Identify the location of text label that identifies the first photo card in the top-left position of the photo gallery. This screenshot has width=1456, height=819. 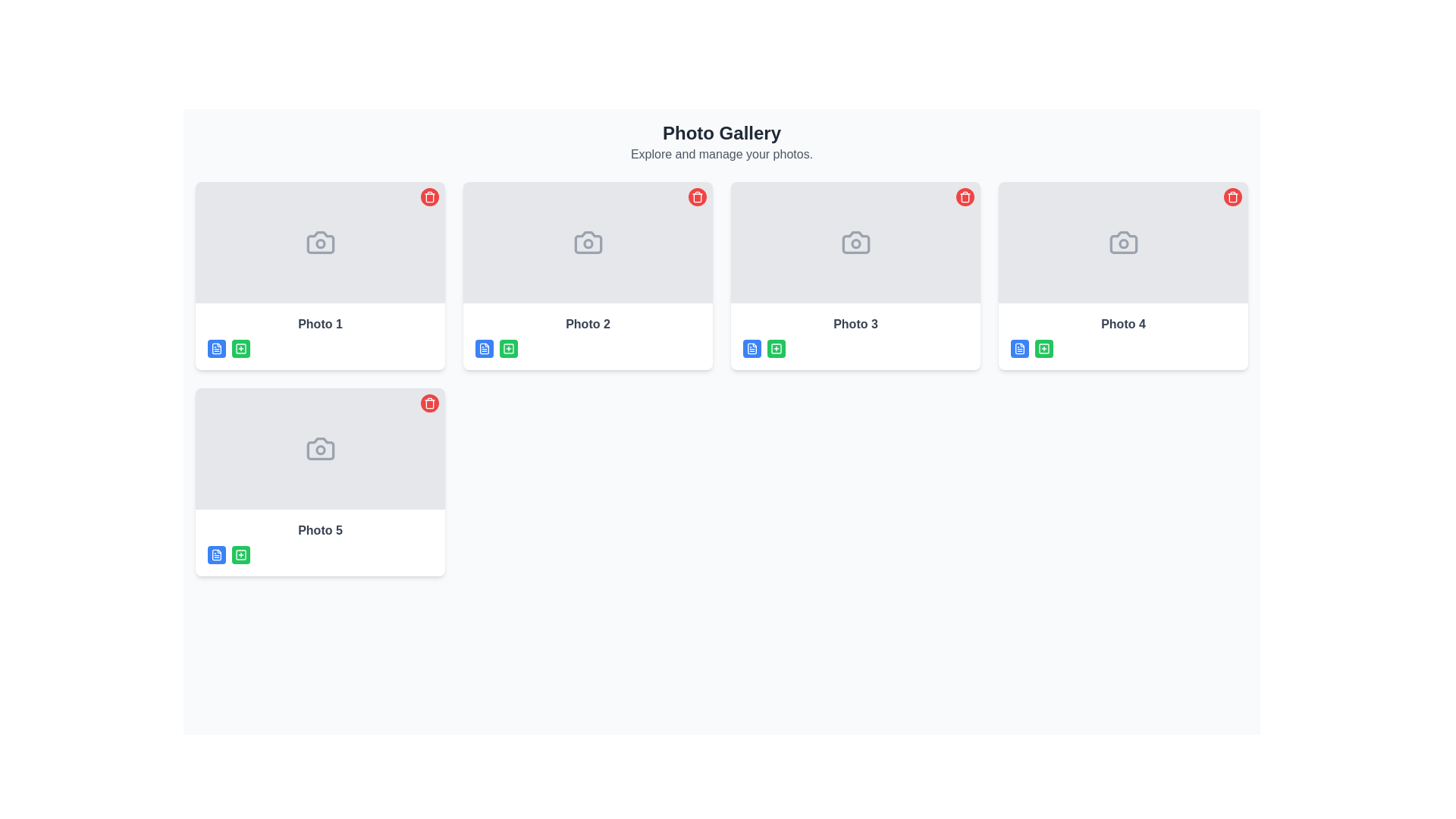
(319, 324).